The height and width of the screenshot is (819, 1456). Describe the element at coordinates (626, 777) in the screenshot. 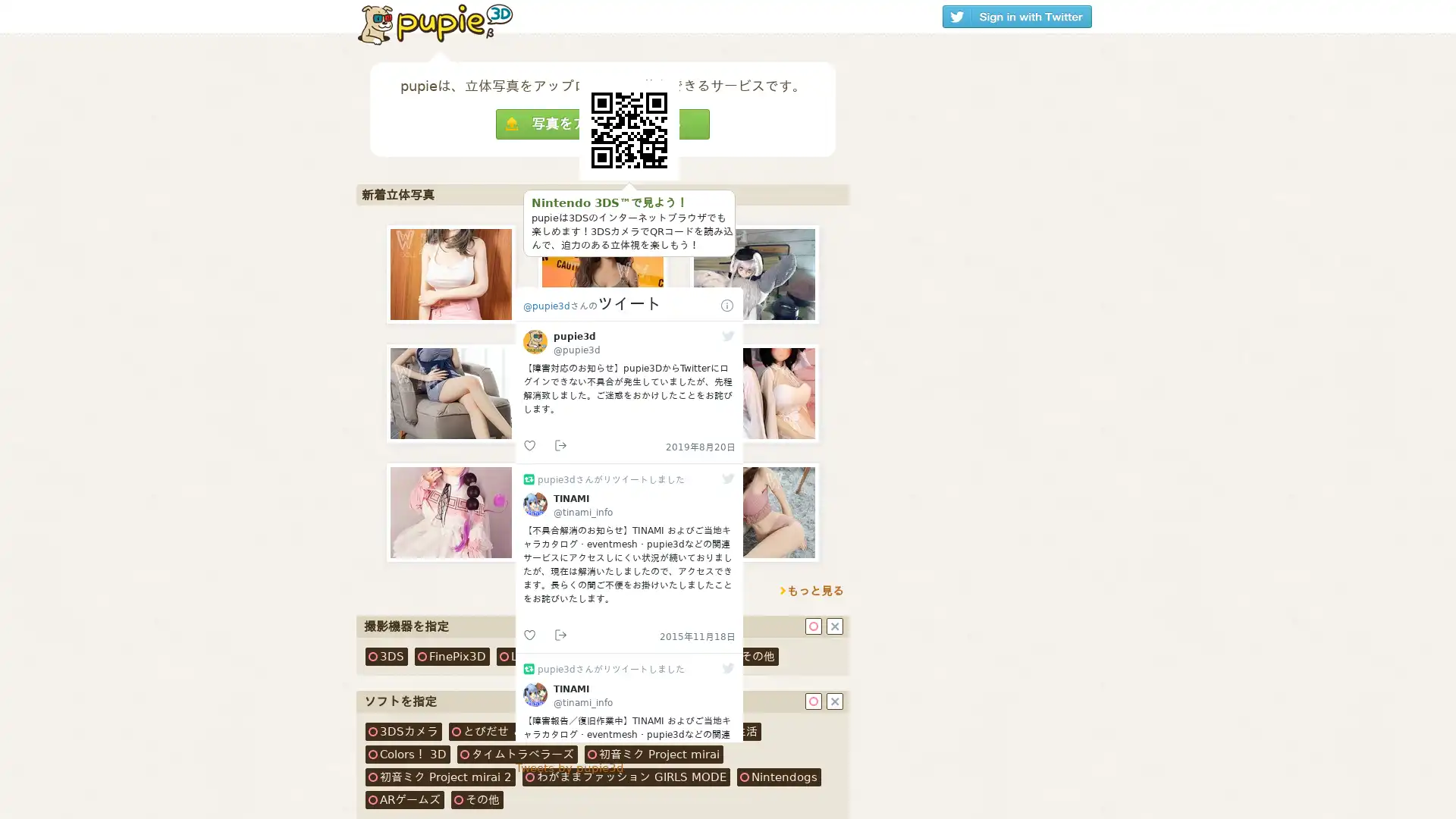

I see `GIRLS MODE` at that location.